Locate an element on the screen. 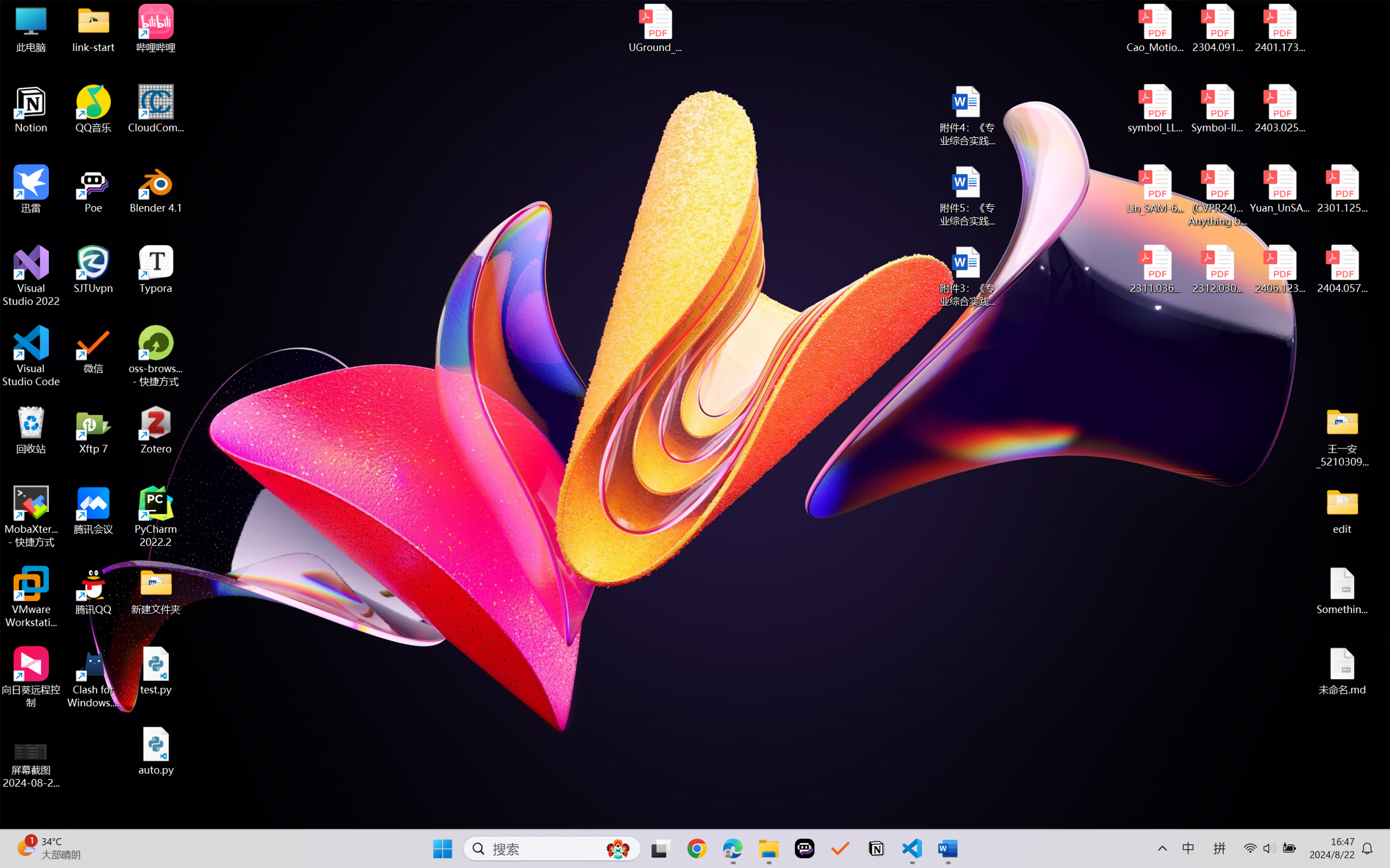  'Blender 4.1' is located at coordinates (156, 188).